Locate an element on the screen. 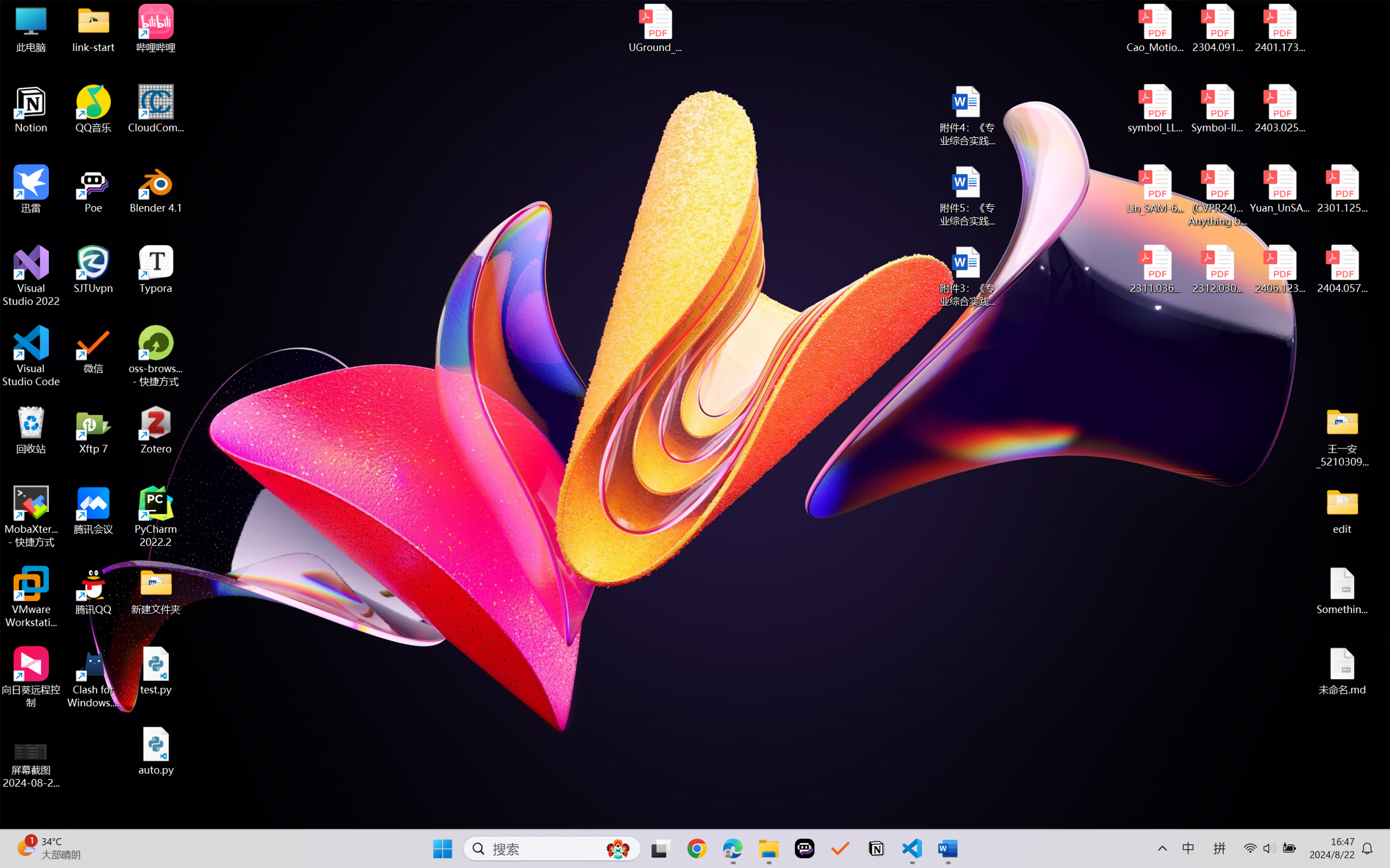  'Blender 4.1' is located at coordinates (156, 188).